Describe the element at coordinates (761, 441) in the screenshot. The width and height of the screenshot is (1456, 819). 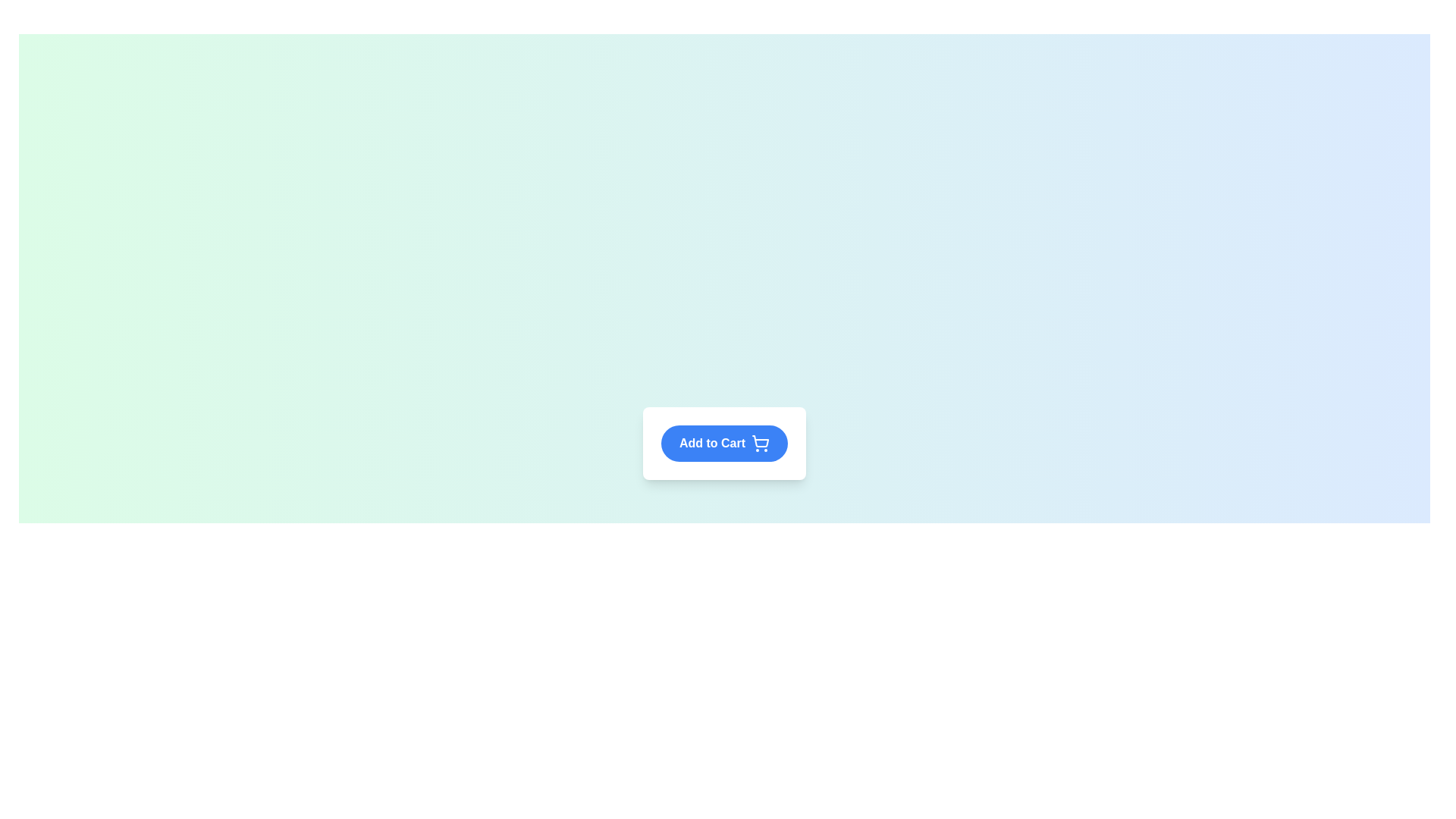
I see `the shopping cart icon, which is a white stroke icon with a blue background, located to the right of the 'Add to Cart' text` at that location.